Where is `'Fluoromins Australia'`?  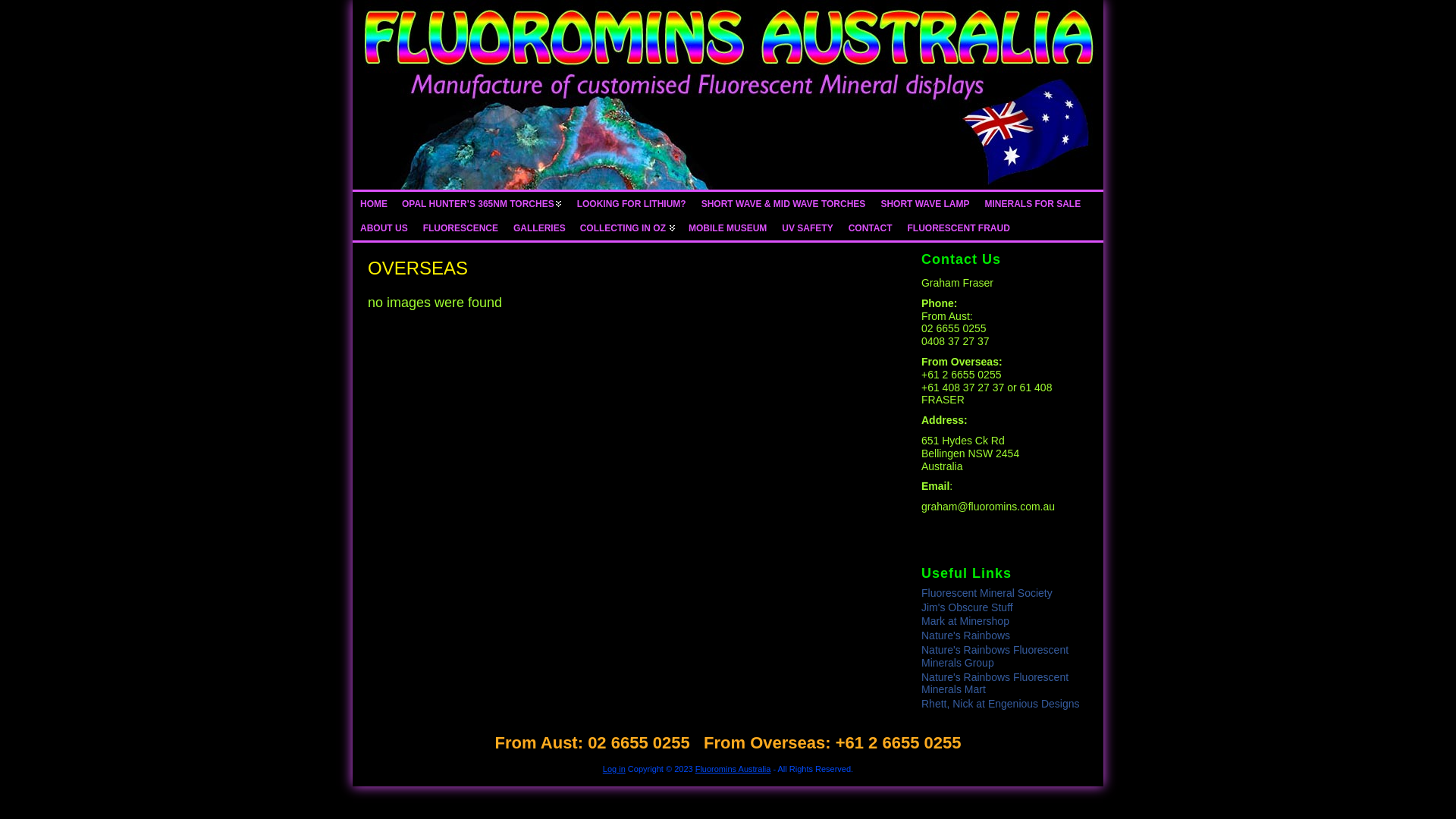 'Fluoromins Australia' is located at coordinates (728, 94).